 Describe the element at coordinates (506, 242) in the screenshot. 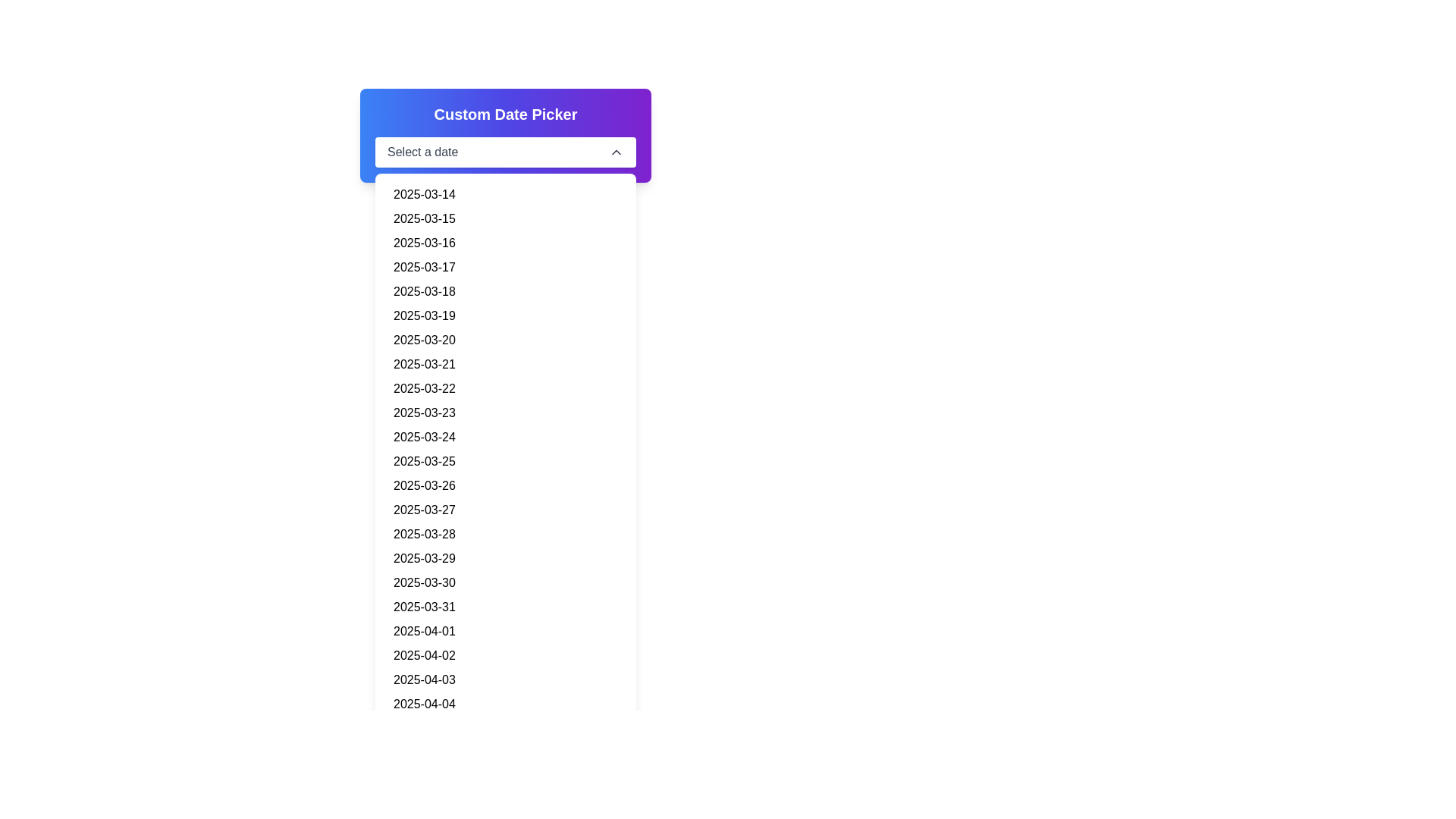

I see `the selectable date '2025-03-16' in the date picker dropdown list` at that location.